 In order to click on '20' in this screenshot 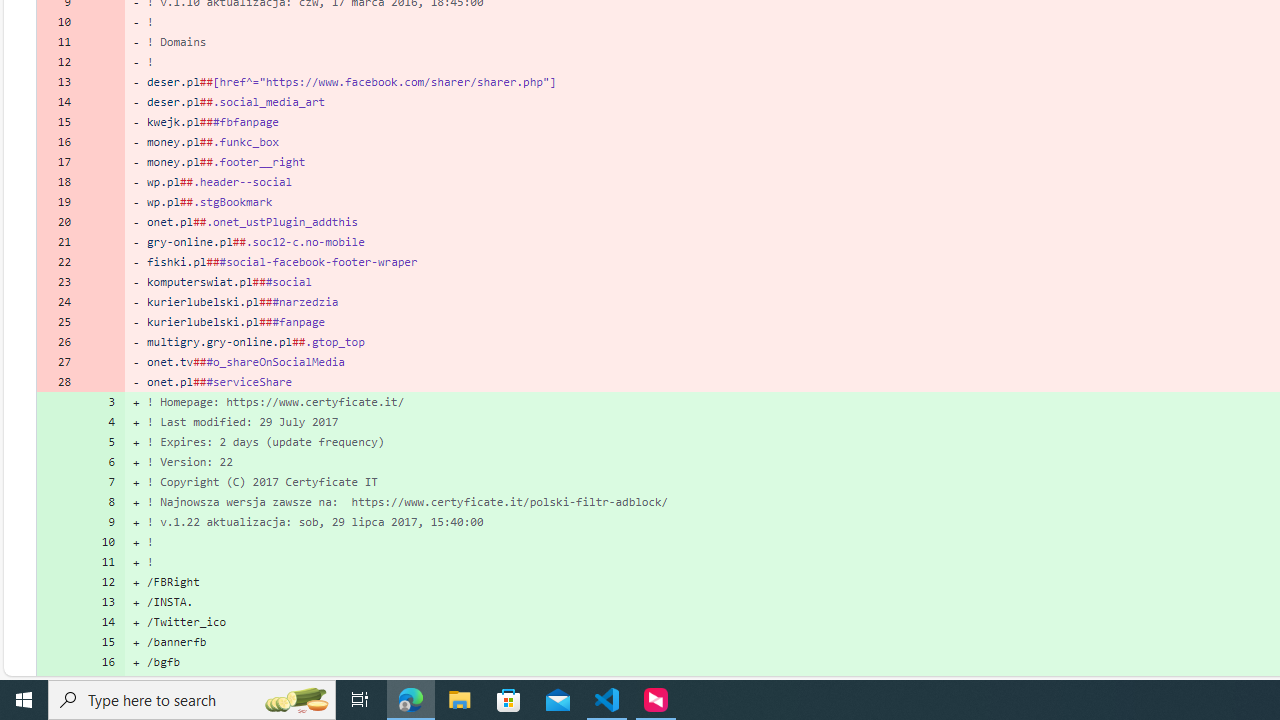, I will do `click(58, 221)`.